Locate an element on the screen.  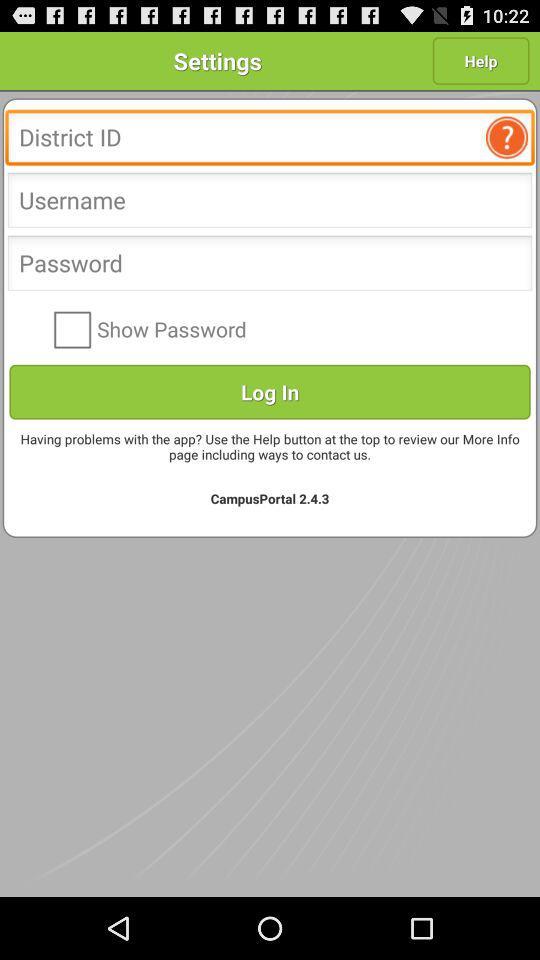
the help icon is located at coordinates (510, 148).